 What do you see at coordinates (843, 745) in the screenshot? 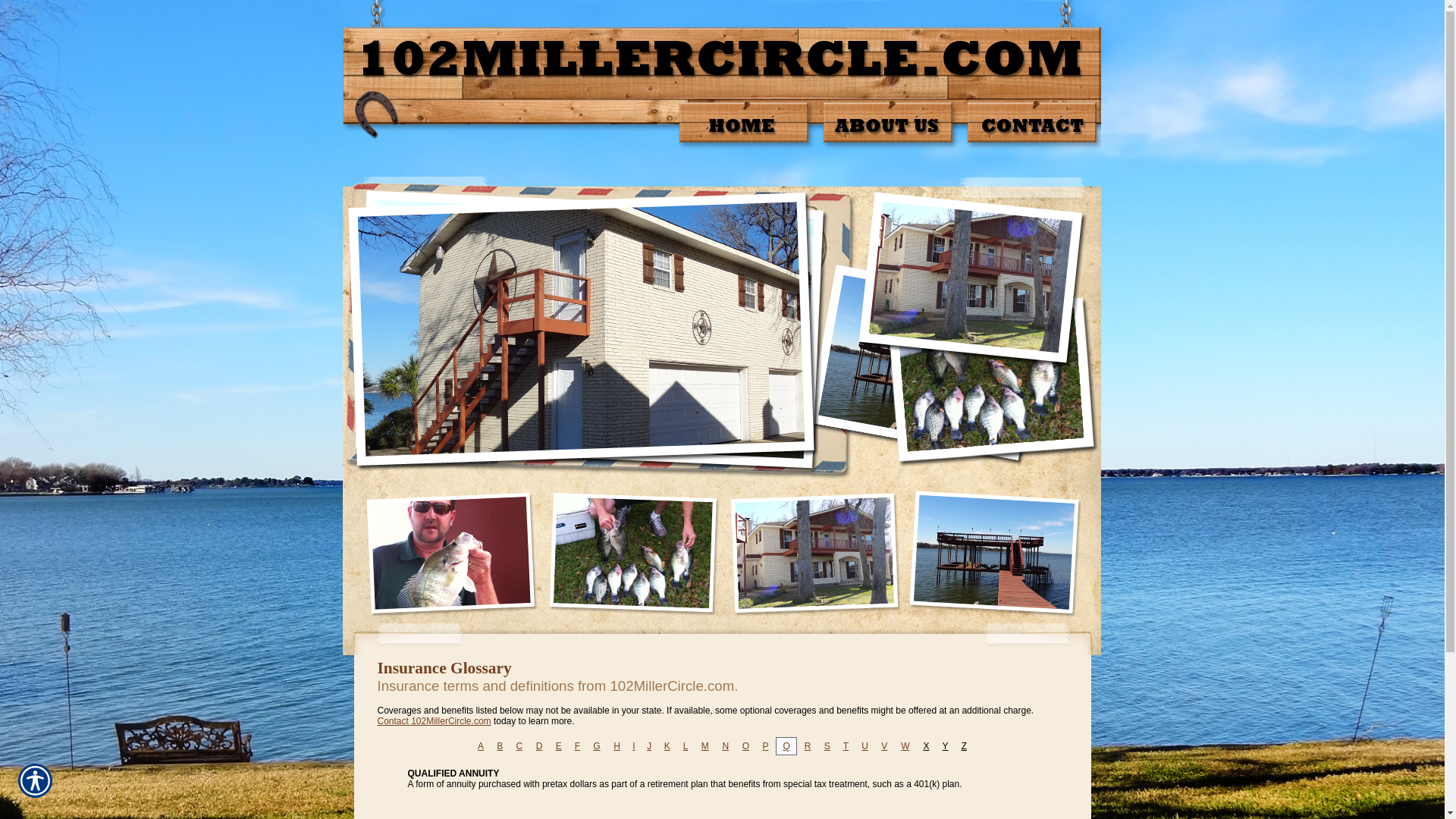
I see `'T'` at bounding box center [843, 745].